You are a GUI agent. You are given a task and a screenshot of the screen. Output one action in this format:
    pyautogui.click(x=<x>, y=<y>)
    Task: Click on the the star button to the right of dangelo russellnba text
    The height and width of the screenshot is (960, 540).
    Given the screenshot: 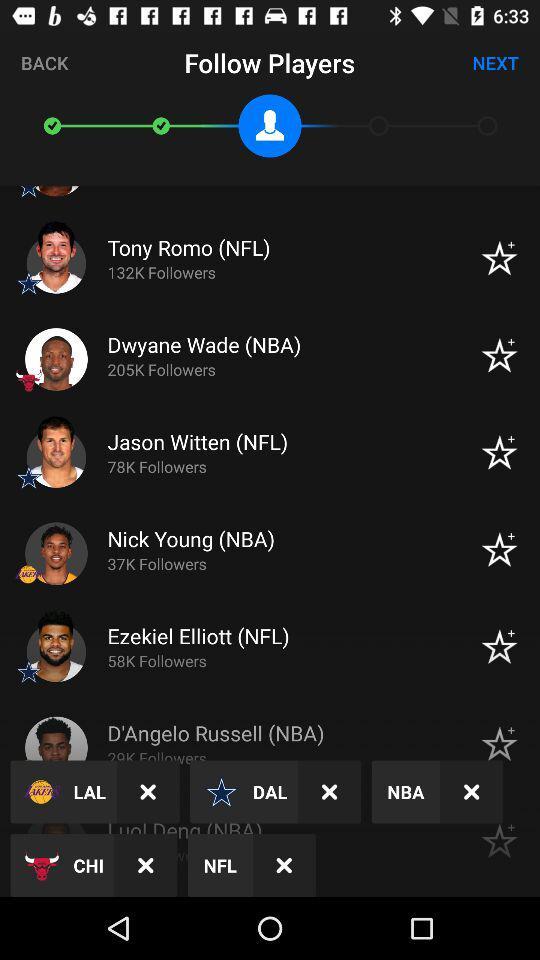 What is the action you would take?
    pyautogui.click(x=498, y=743)
    